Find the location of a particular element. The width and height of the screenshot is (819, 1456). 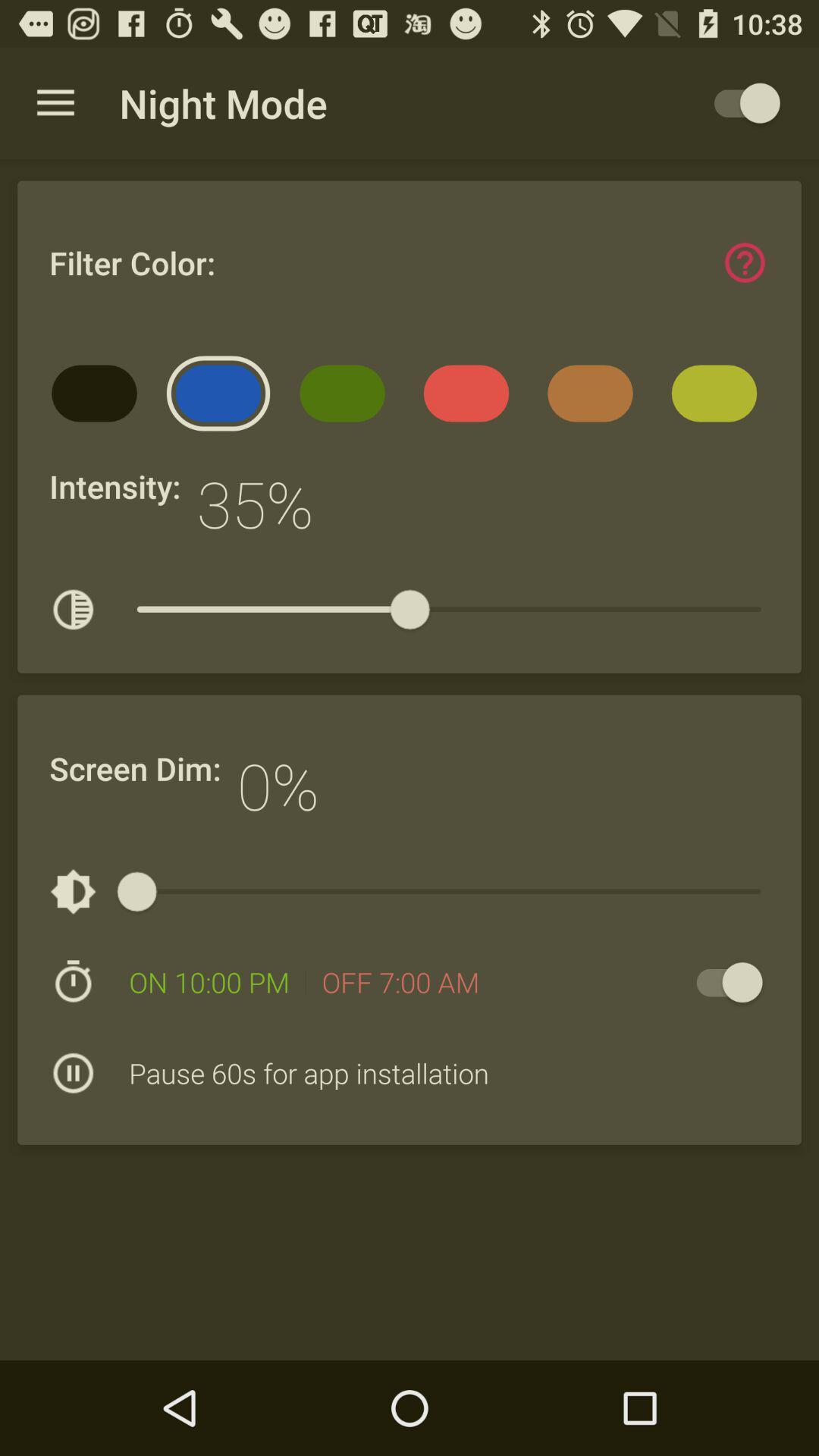

the on 10 00 item is located at coordinates (209, 982).